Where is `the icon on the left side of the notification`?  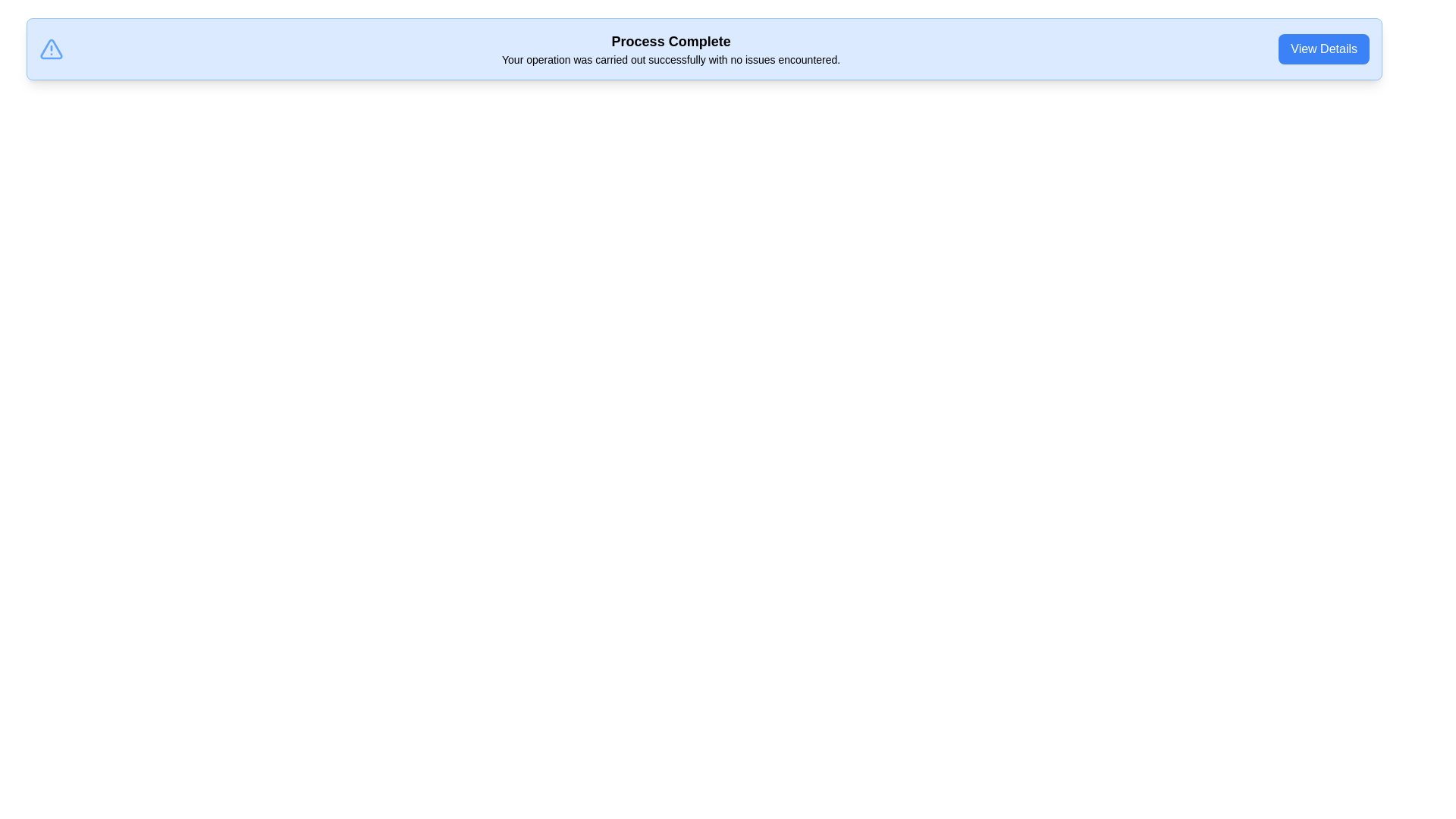
the icon on the left side of the notification is located at coordinates (51, 49).